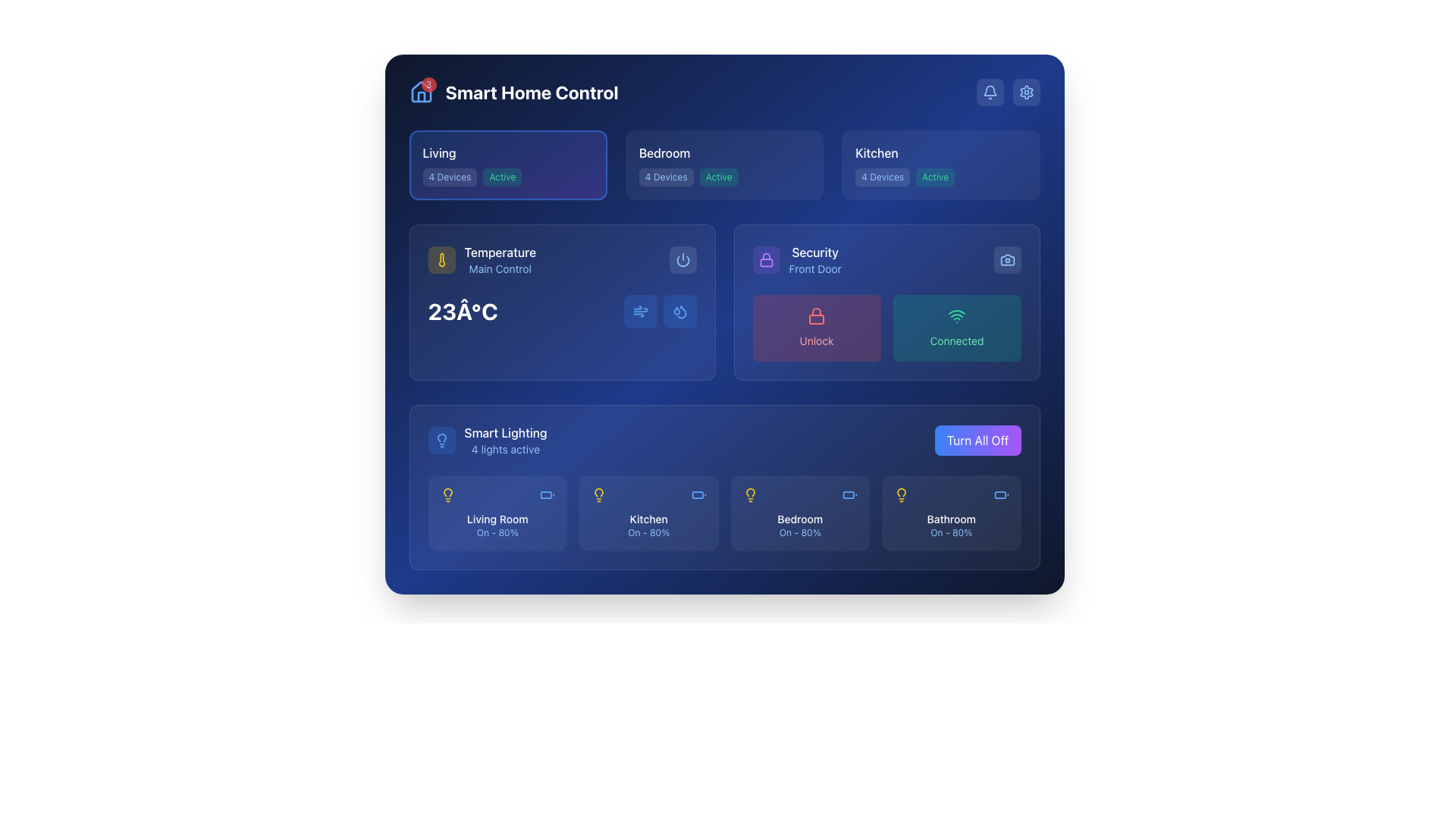 The image size is (1456, 819). What do you see at coordinates (956, 327) in the screenshot?
I see `the connection status button located on the right side of the 'Security' section, adjacent to the 'Unlock' button` at bounding box center [956, 327].